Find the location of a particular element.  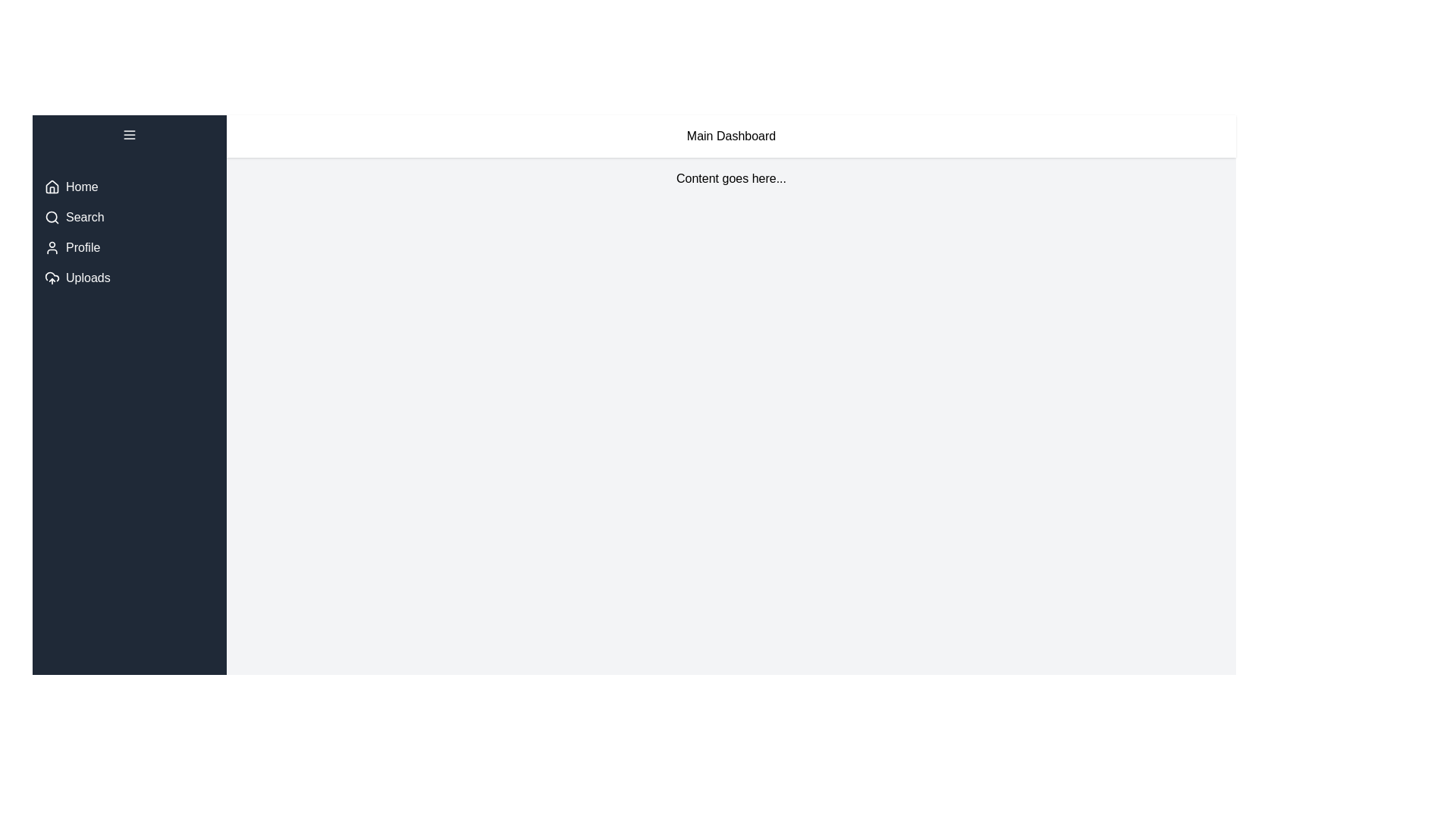

the 'Uploads' icon located in the sidebar menu is located at coordinates (52, 278).